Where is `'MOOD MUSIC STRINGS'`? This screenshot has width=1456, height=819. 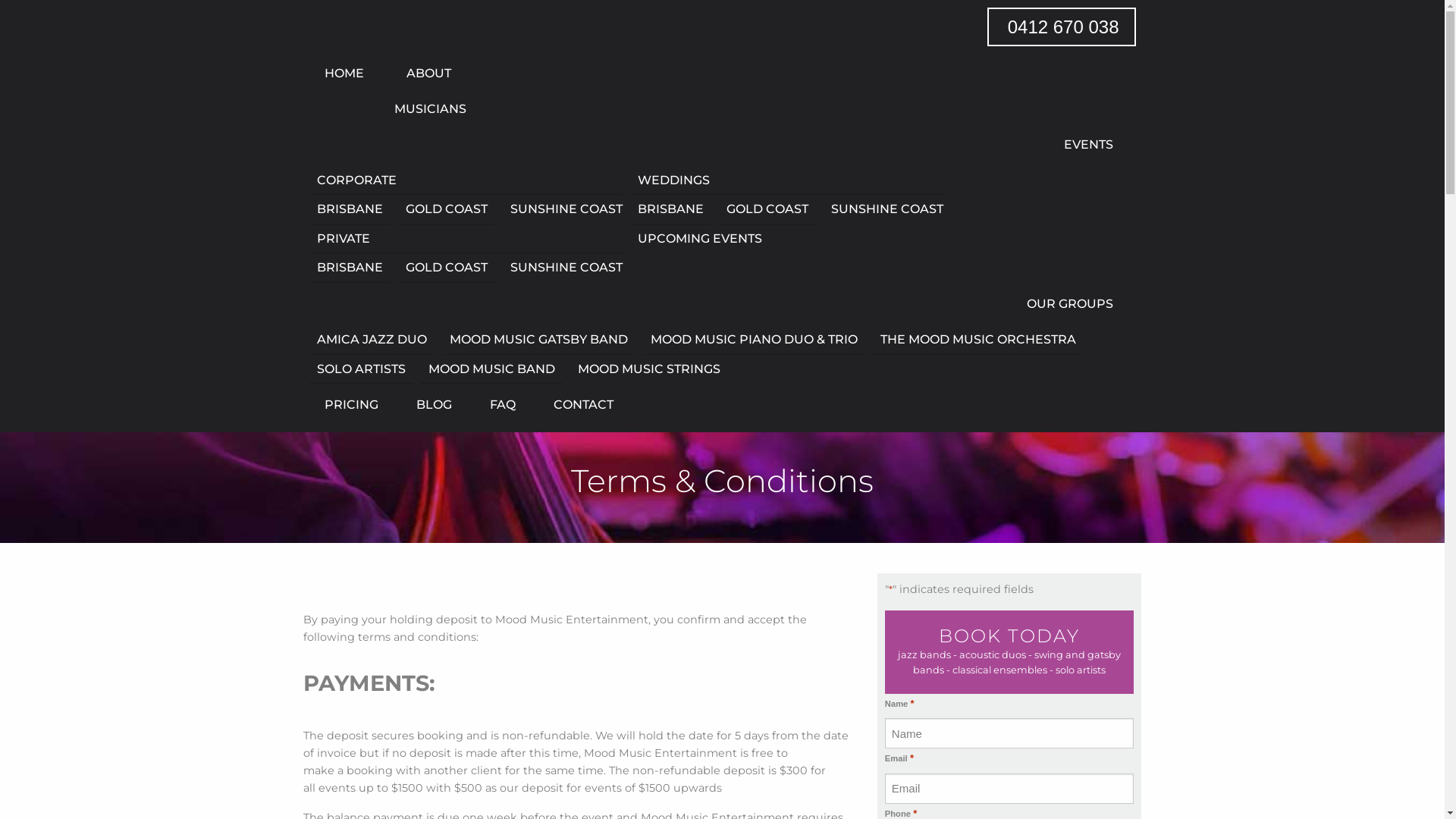
'MOOD MUSIC STRINGS' is located at coordinates (645, 369).